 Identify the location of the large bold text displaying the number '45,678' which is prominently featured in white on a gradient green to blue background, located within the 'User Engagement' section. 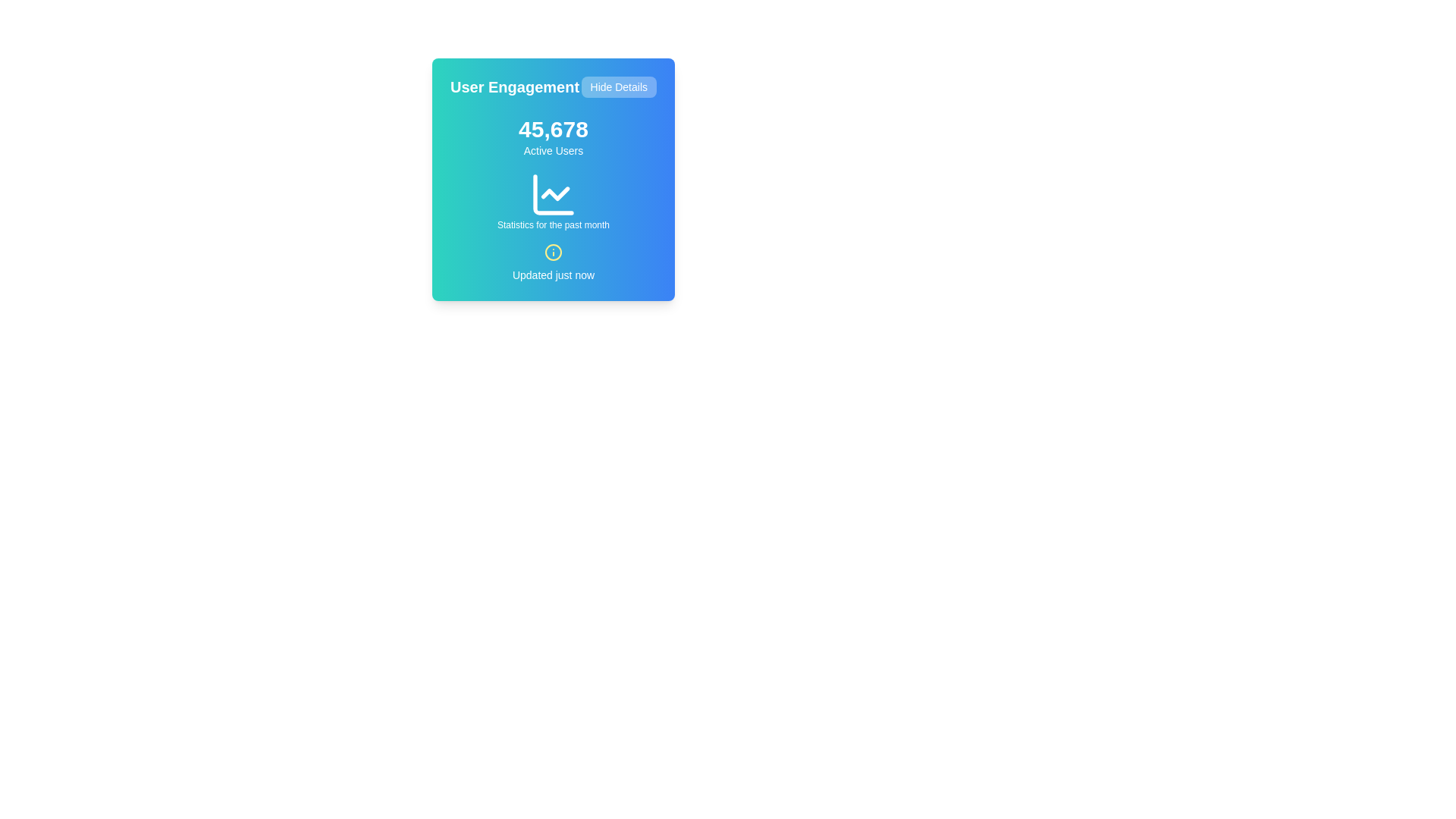
(552, 128).